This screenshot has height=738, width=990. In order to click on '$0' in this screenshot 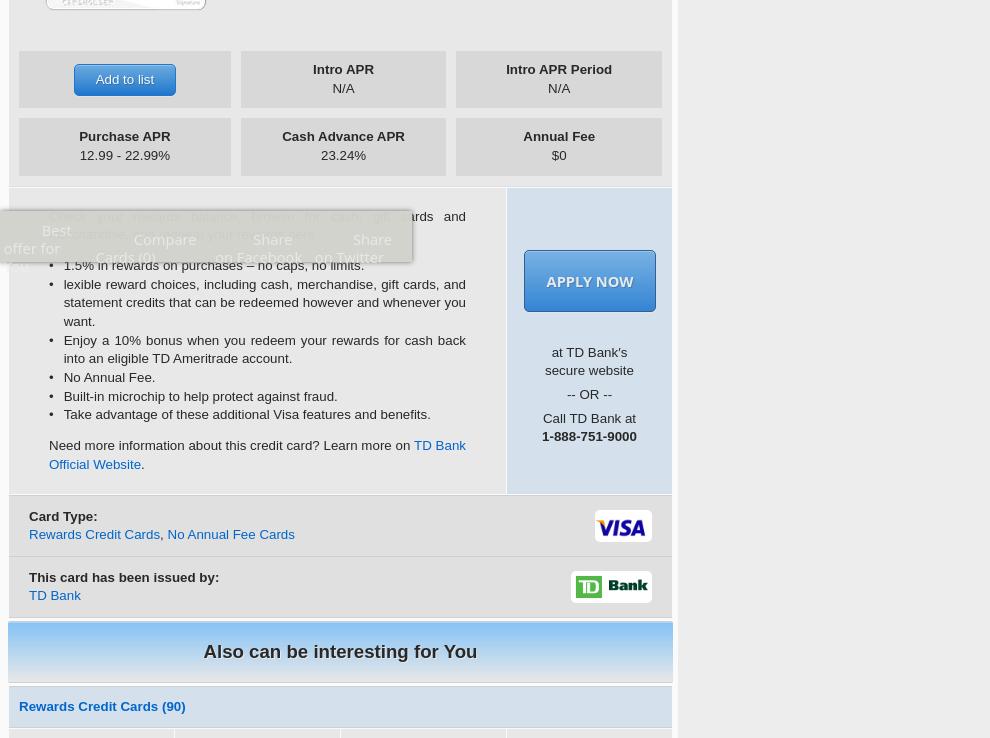, I will do `click(558, 153)`.